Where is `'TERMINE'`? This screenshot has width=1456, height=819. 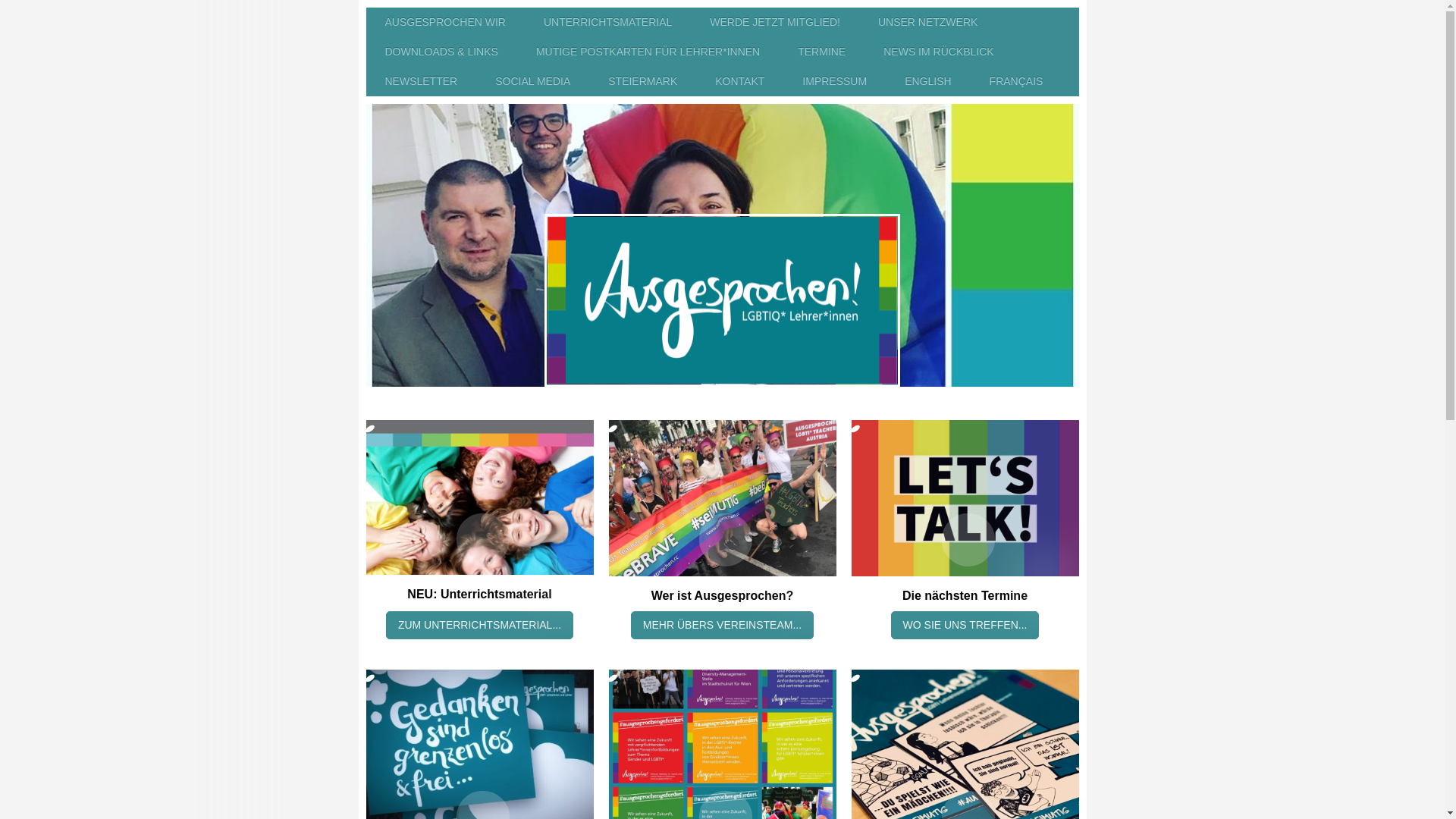
'TERMINE' is located at coordinates (821, 51).